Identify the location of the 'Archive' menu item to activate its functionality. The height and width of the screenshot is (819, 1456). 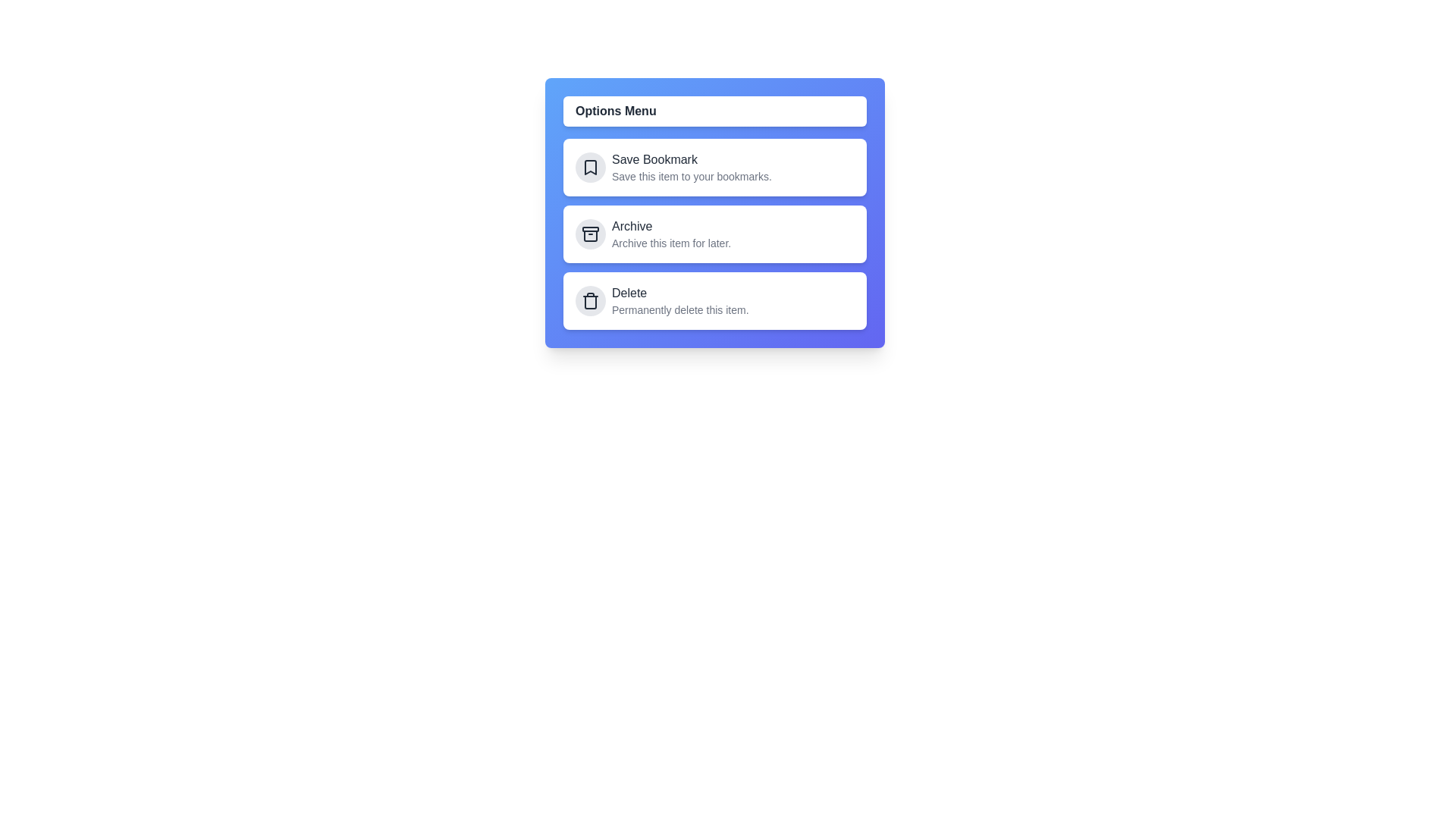
(714, 234).